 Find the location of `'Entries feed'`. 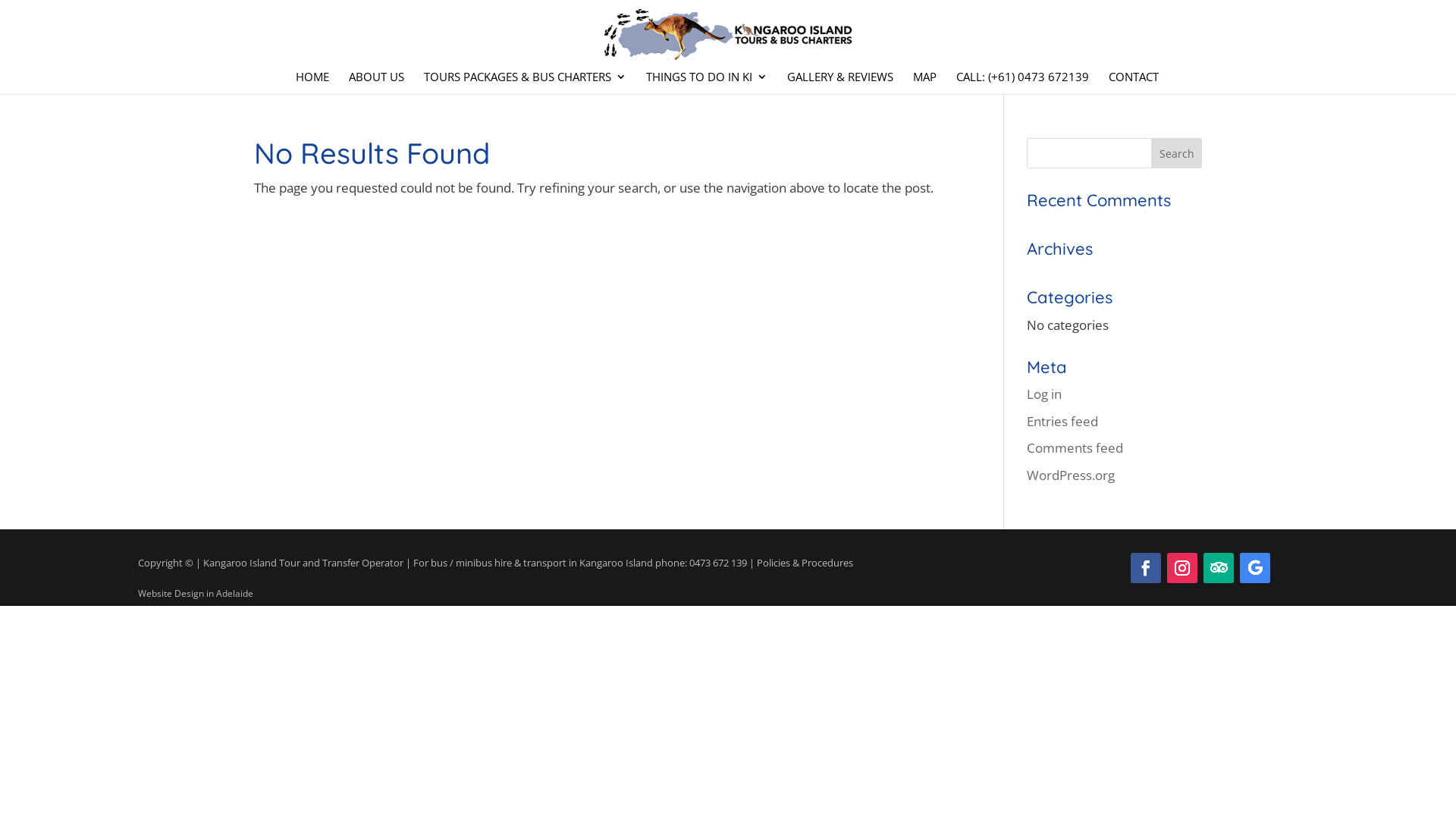

'Entries feed' is located at coordinates (1026, 421).